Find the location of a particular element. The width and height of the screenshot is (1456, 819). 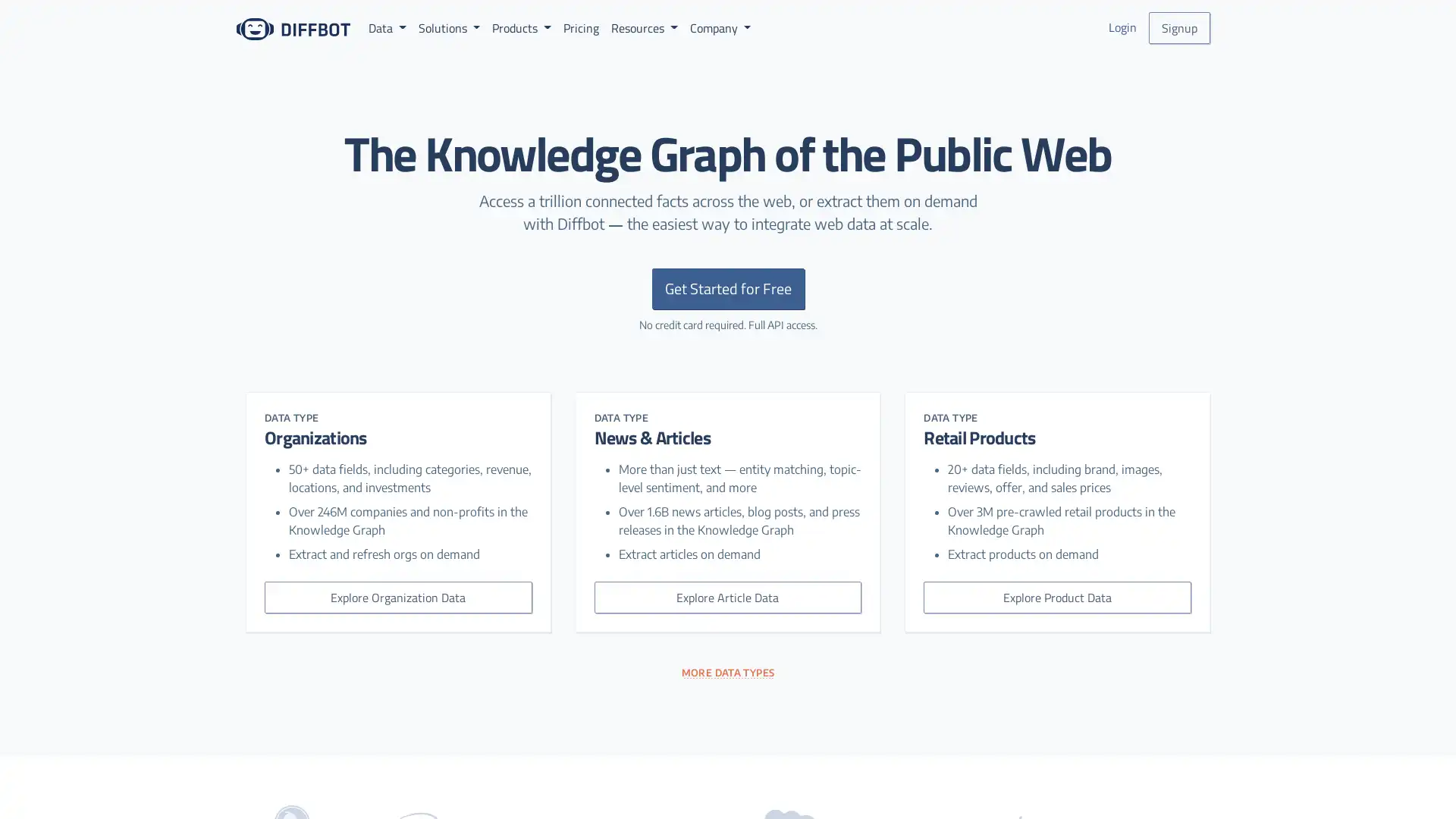

Solutions is located at coordinates (447, 28).